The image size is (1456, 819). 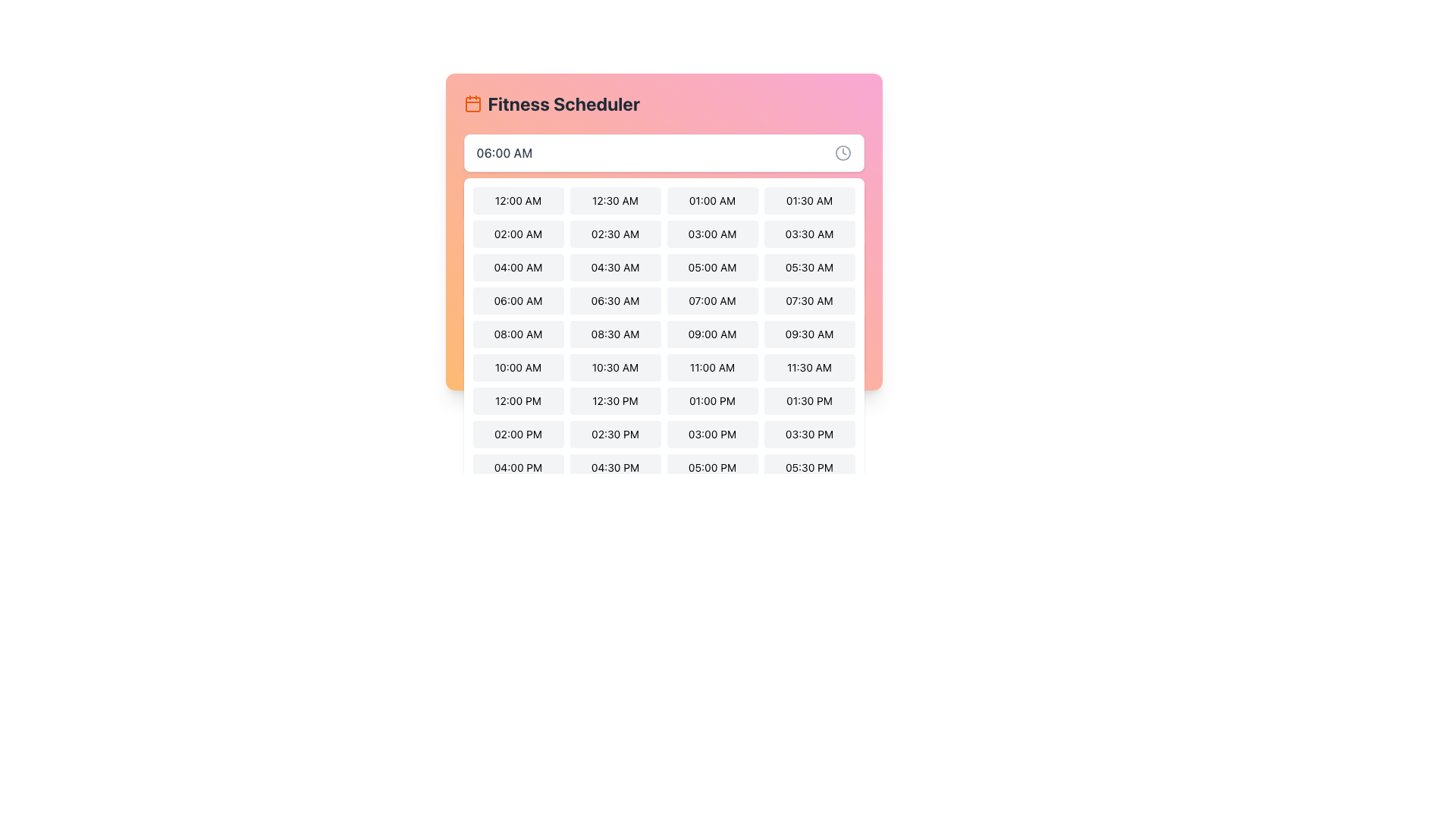 What do you see at coordinates (504, 152) in the screenshot?
I see `the static text displaying the currently selected time in the scheduler interface, which is aligned to the left side of the time selection input box` at bounding box center [504, 152].